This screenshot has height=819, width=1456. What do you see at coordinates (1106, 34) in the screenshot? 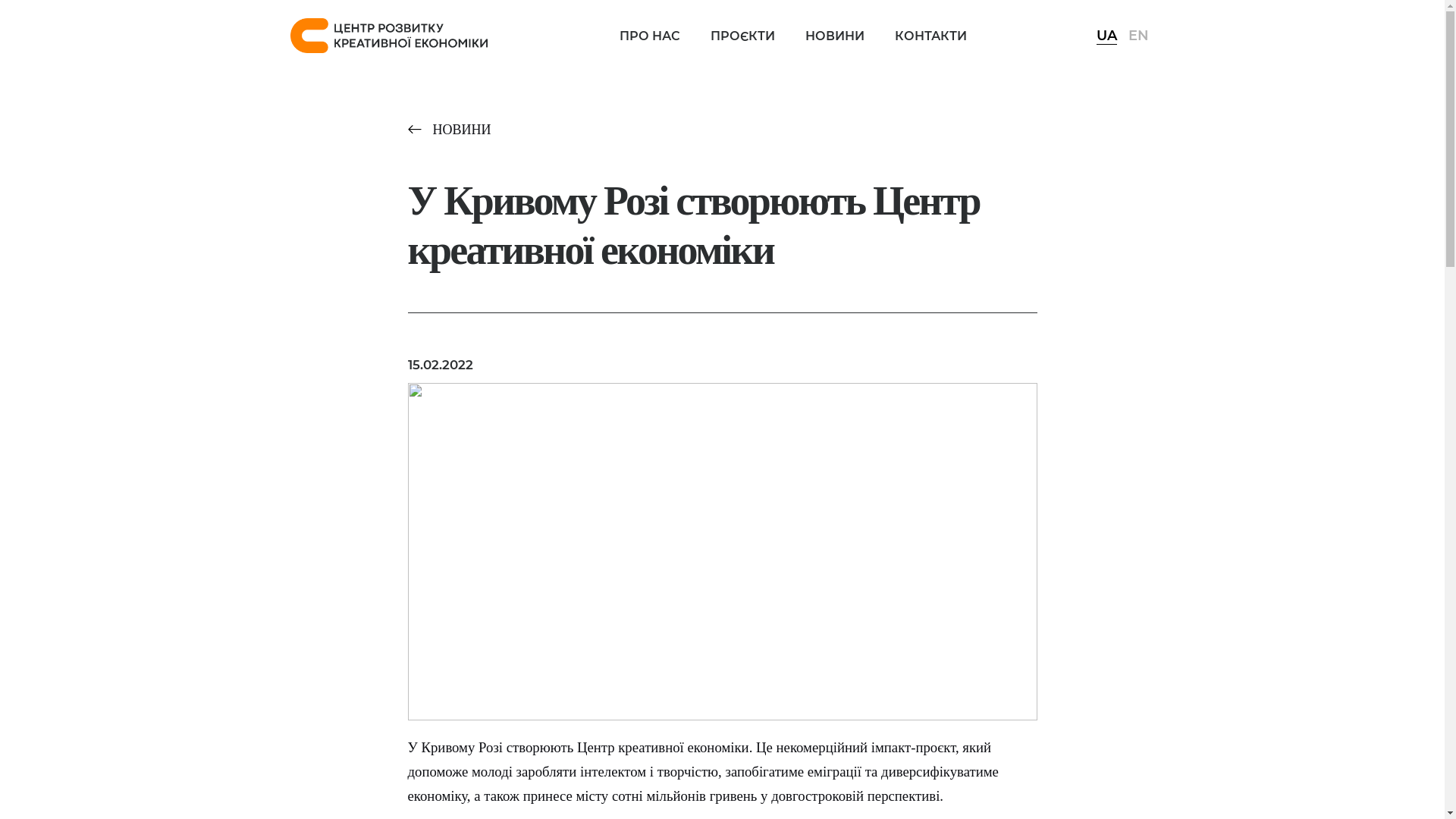
I see `'UA'` at bounding box center [1106, 34].